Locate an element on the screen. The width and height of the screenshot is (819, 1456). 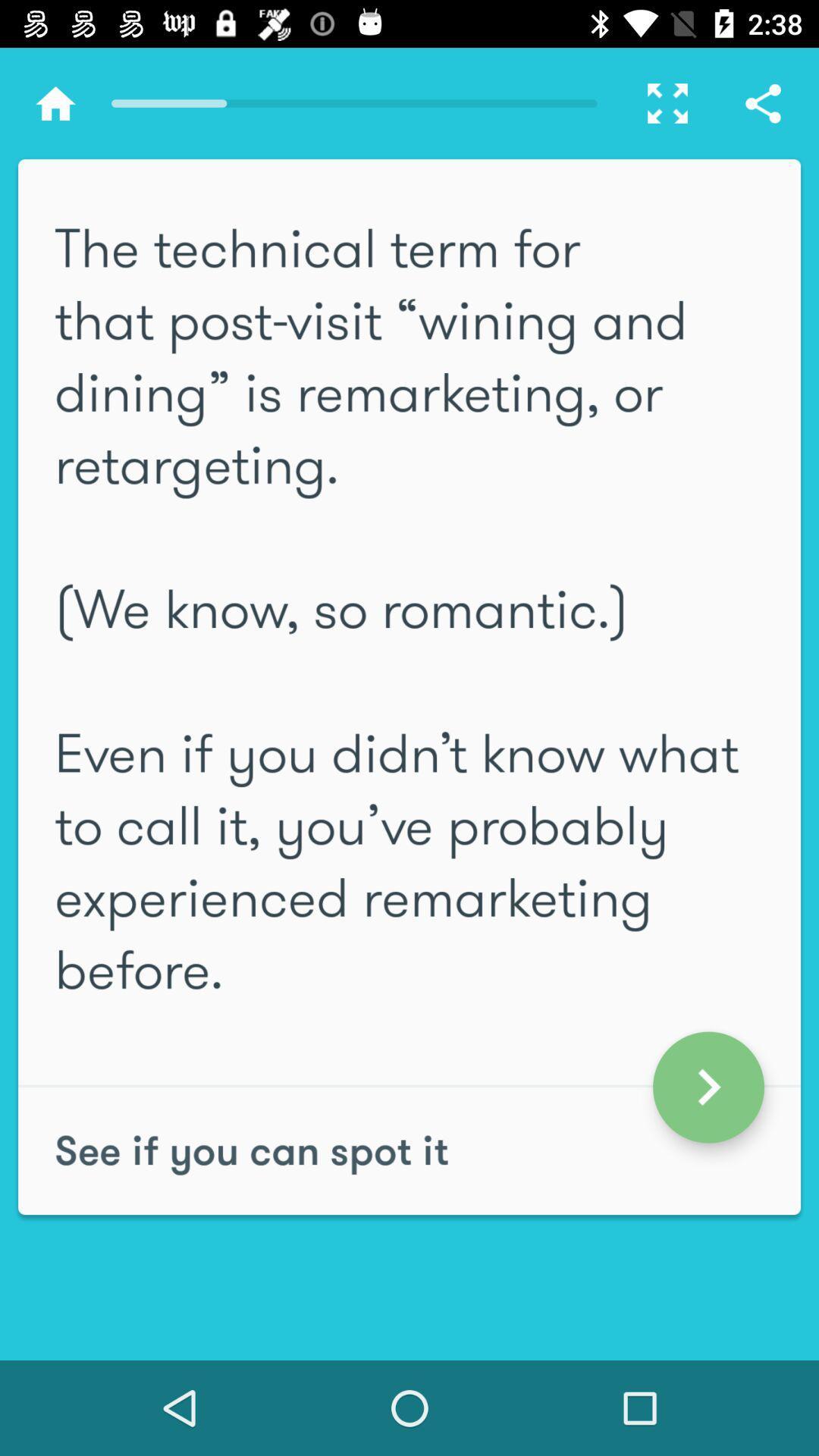
the home icon is located at coordinates (55, 102).